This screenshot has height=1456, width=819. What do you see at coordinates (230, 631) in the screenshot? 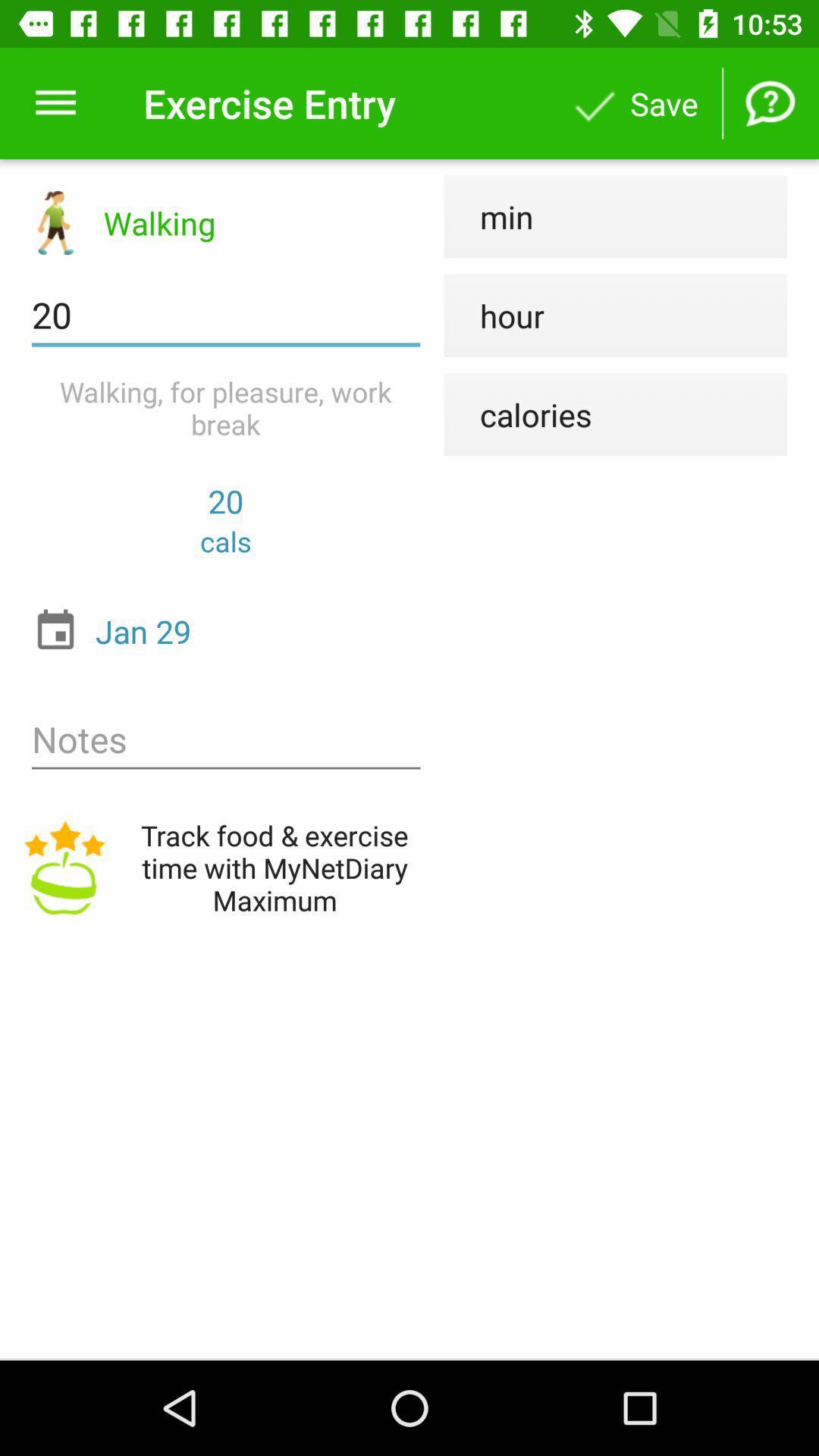
I see `the jan 29 item` at bounding box center [230, 631].